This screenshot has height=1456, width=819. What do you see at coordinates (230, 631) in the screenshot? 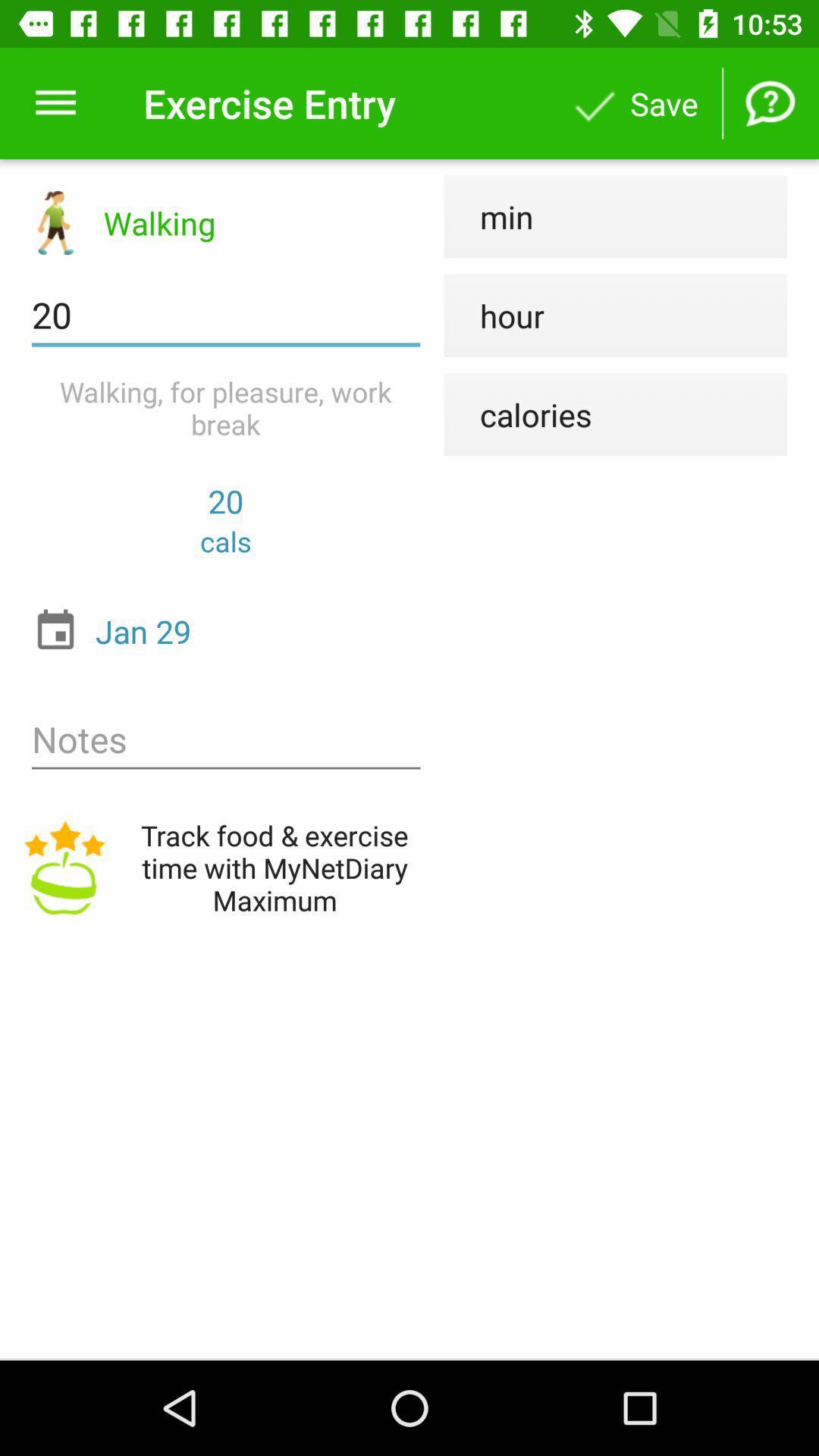
I see `the jan 29 item` at bounding box center [230, 631].